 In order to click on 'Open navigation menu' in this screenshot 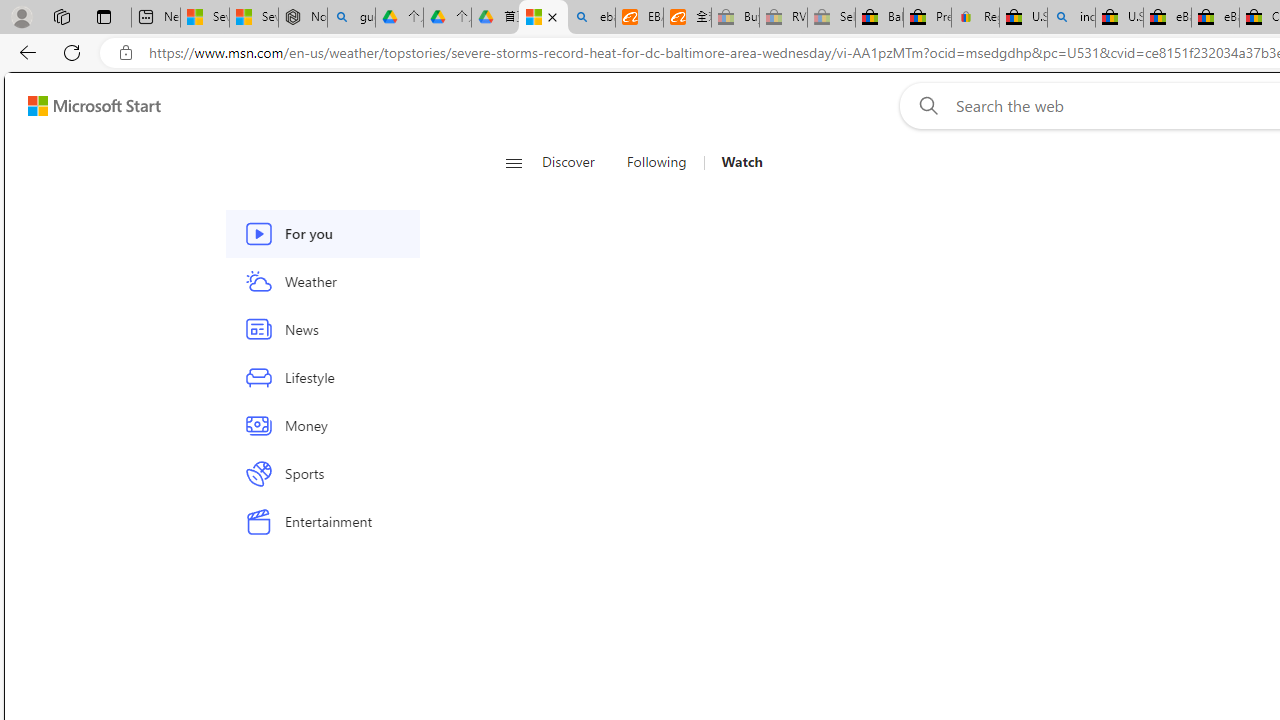, I will do `click(513, 162)`.